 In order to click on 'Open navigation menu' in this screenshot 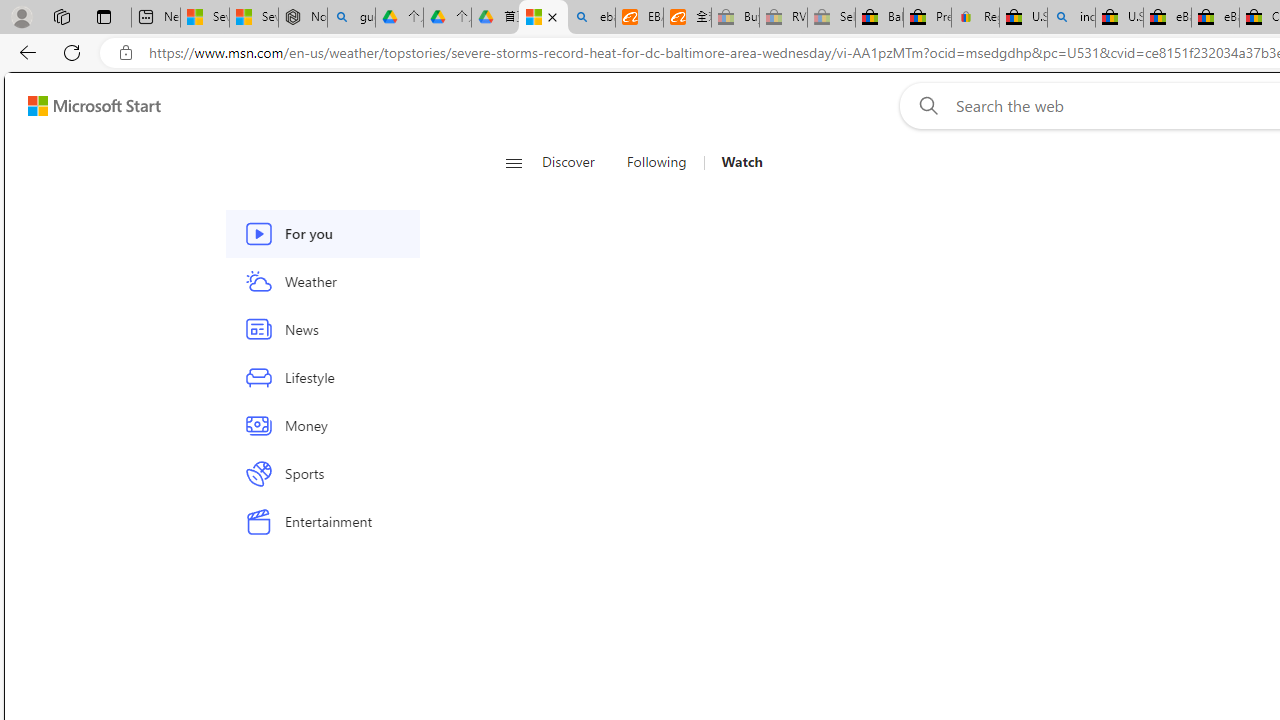, I will do `click(513, 162)`.